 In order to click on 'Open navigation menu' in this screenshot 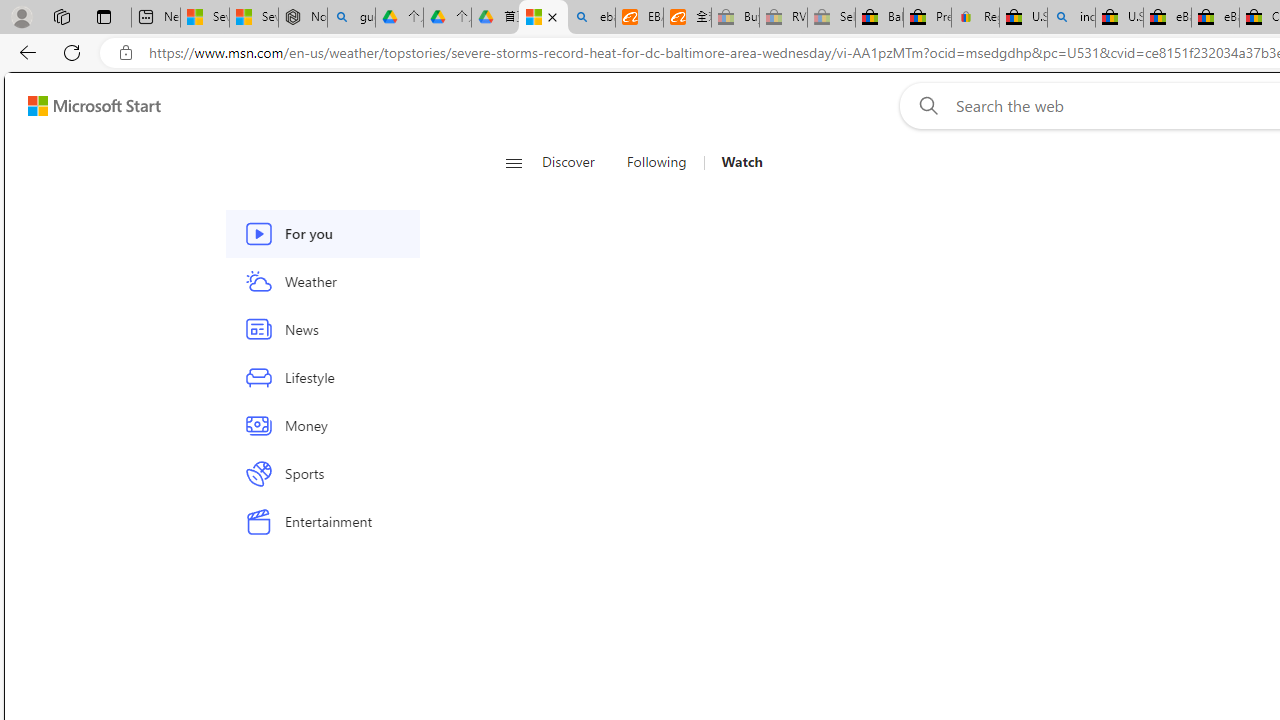, I will do `click(513, 162)`.